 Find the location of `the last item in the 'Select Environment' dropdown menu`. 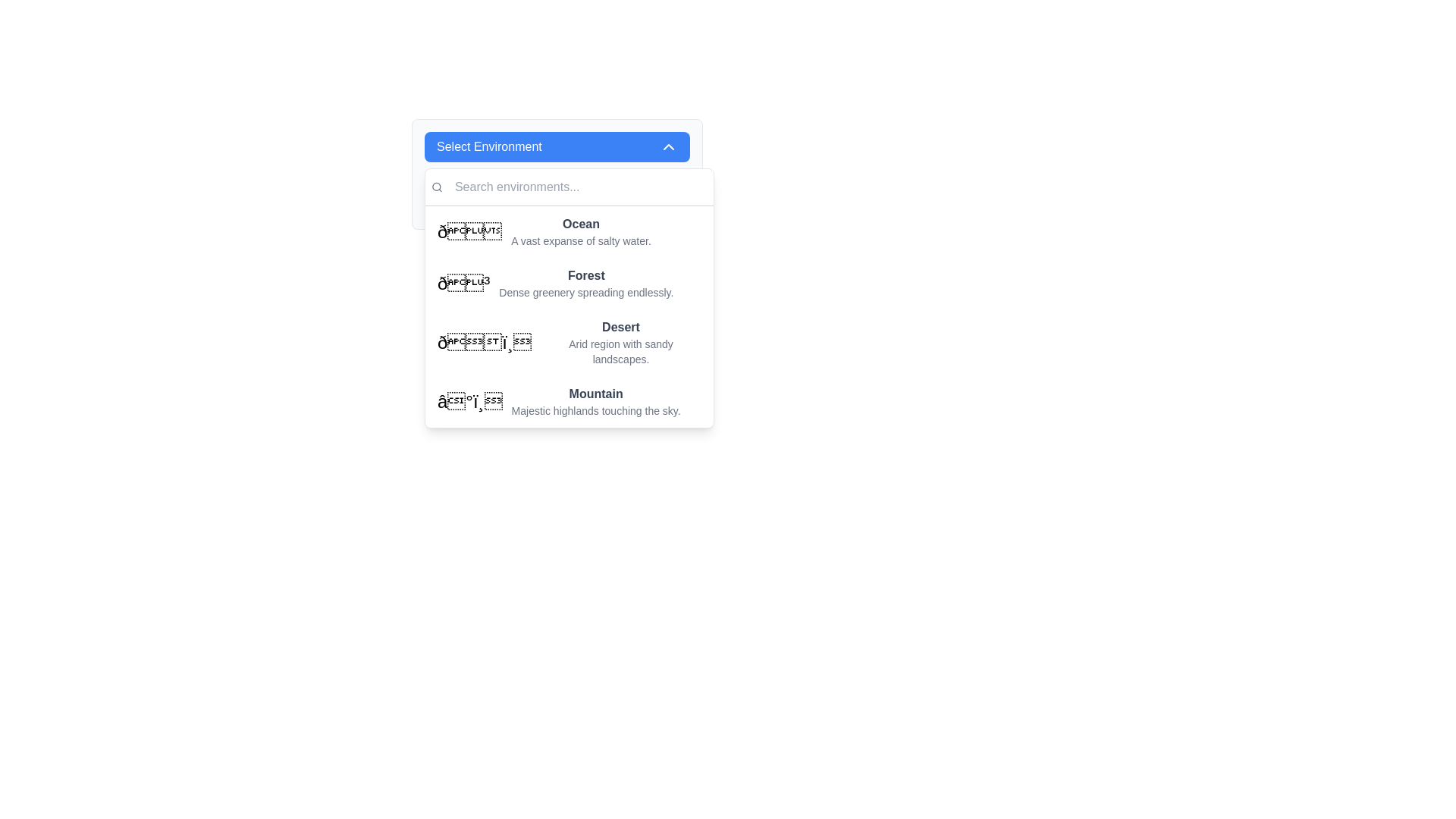

the last item in the 'Select Environment' dropdown menu is located at coordinates (558, 400).